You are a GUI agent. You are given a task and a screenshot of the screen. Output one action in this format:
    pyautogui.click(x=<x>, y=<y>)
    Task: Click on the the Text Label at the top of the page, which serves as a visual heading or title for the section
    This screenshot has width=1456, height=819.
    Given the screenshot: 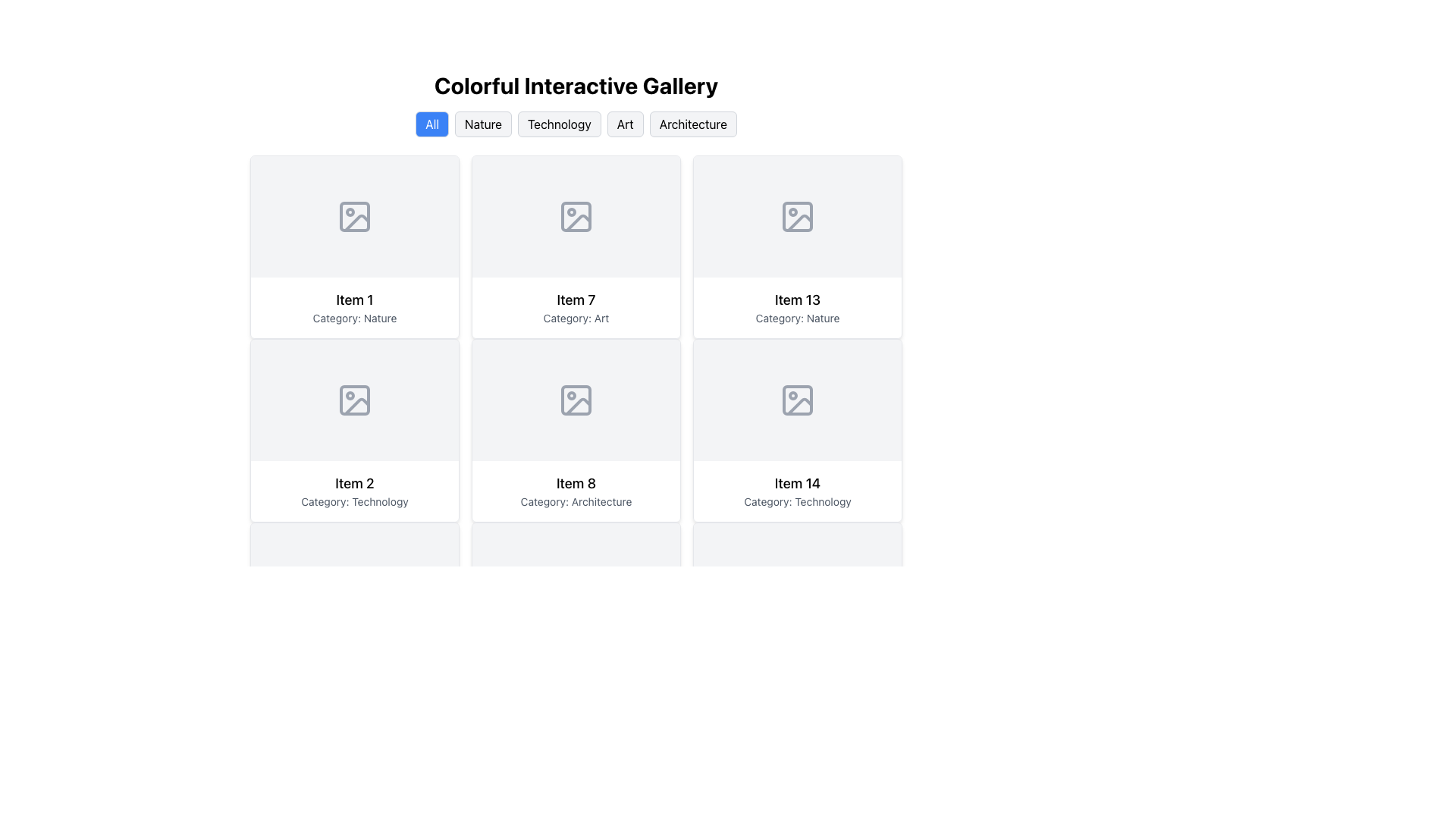 What is the action you would take?
    pyautogui.click(x=575, y=85)
    